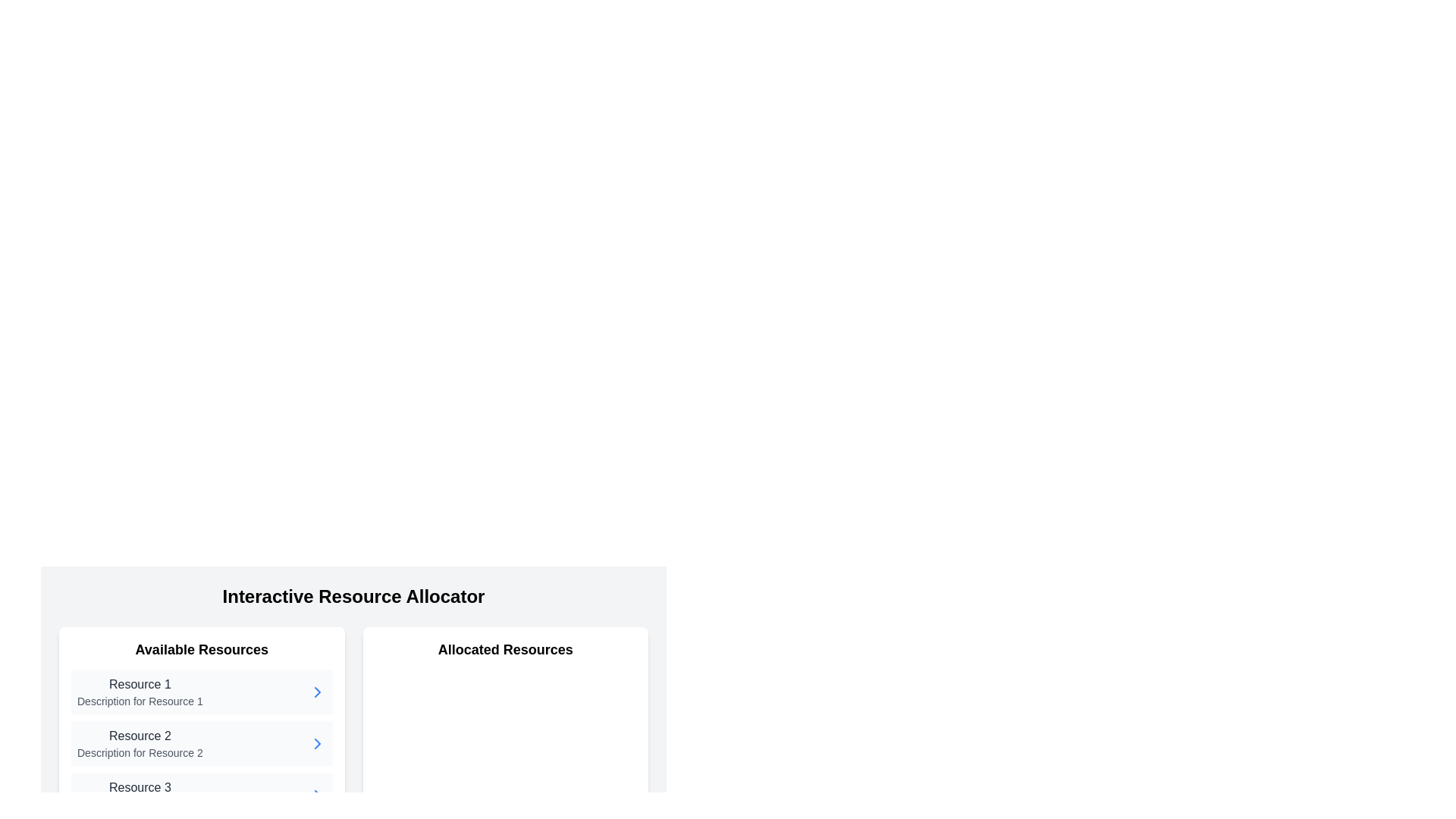 The image size is (1456, 819). What do you see at coordinates (140, 701) in the screenshot?
I see `the text label displaying 'Description for Resource 1', which is styled in a smaller grayish font and located directly beneath the title 'Resource 1'` at bounding box center [140, 701].